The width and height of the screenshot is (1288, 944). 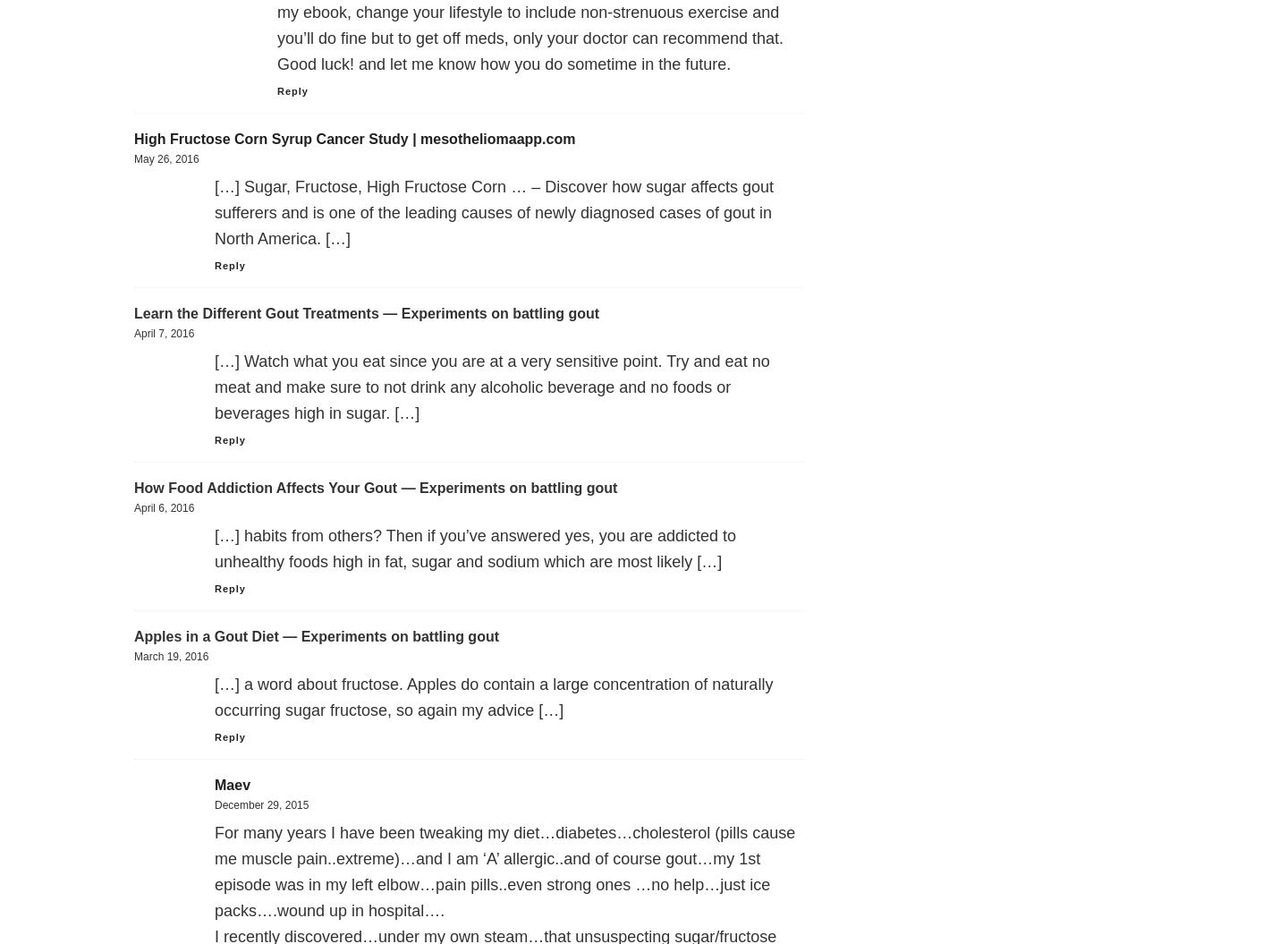 What do you see at coordinates (164, 334) in the screenshot?
I see `'April 7, 2016'` at bounding box center [164, 334].